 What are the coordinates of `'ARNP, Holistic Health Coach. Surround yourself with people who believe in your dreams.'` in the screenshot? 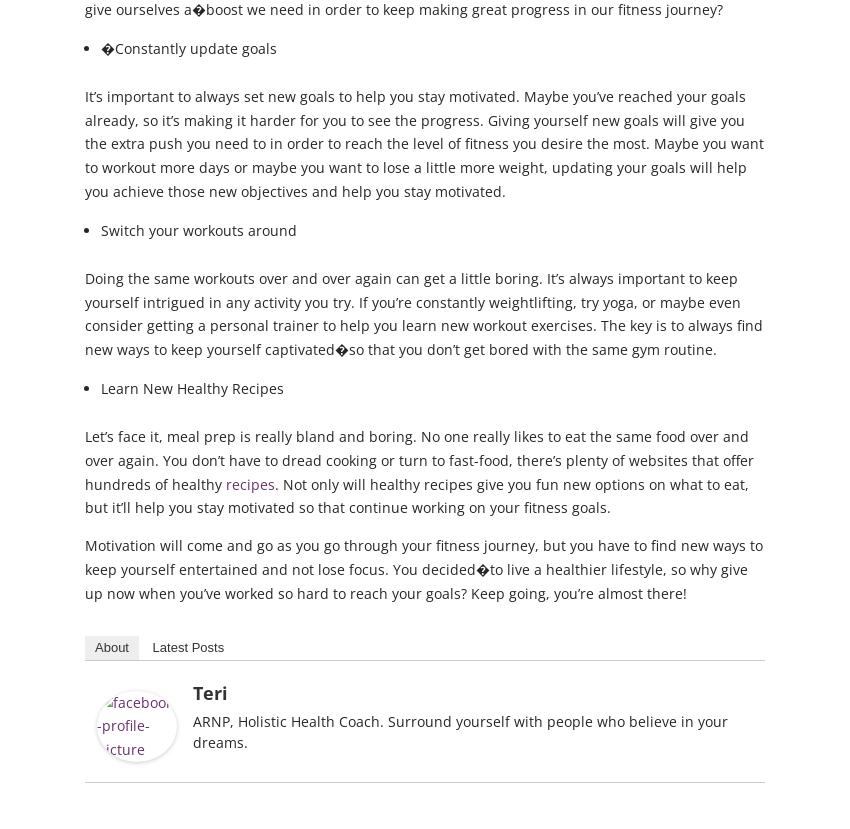 It's located at (459, 730).